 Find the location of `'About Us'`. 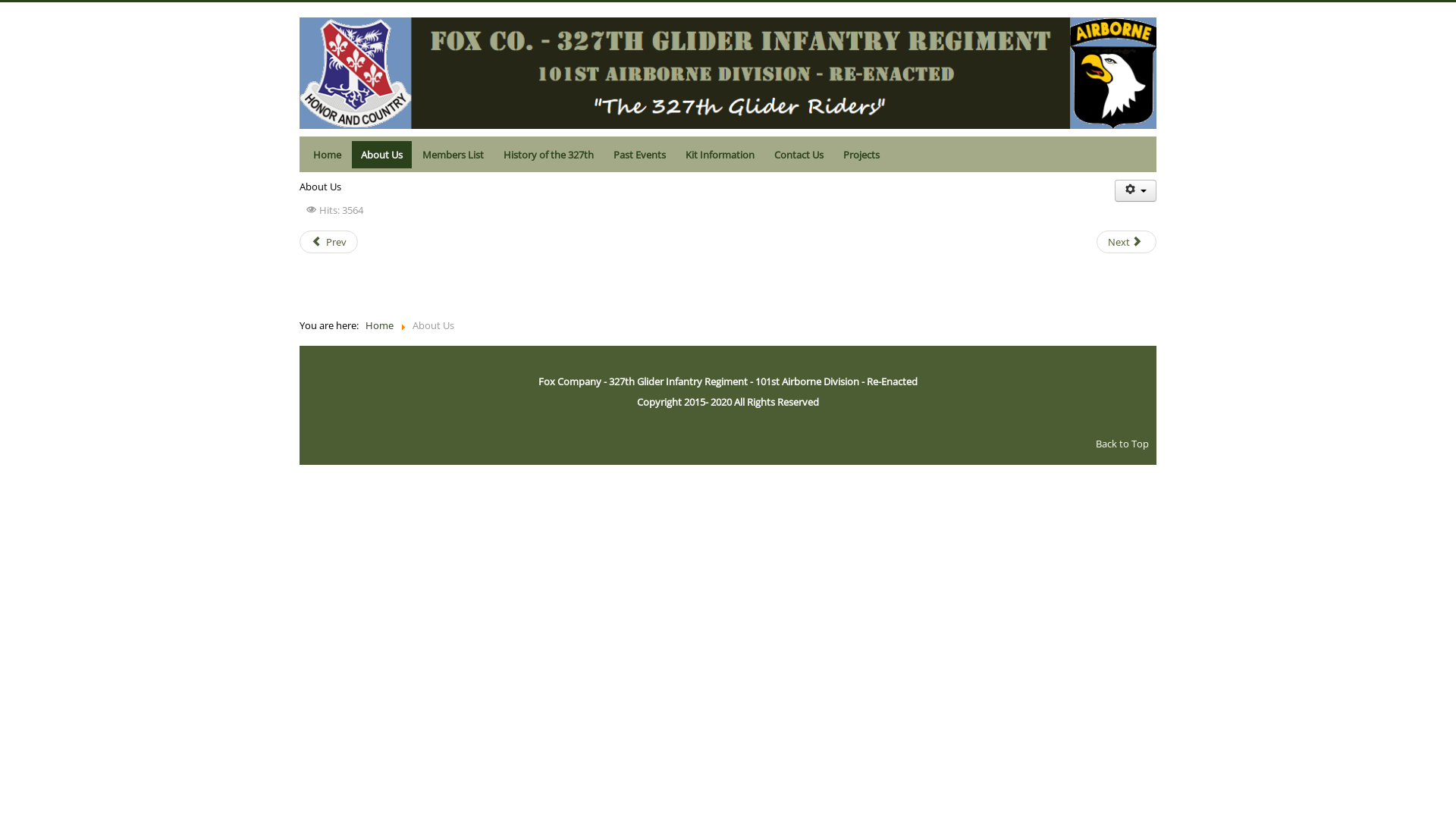

'About Us' is located at coordinates (351, 155).